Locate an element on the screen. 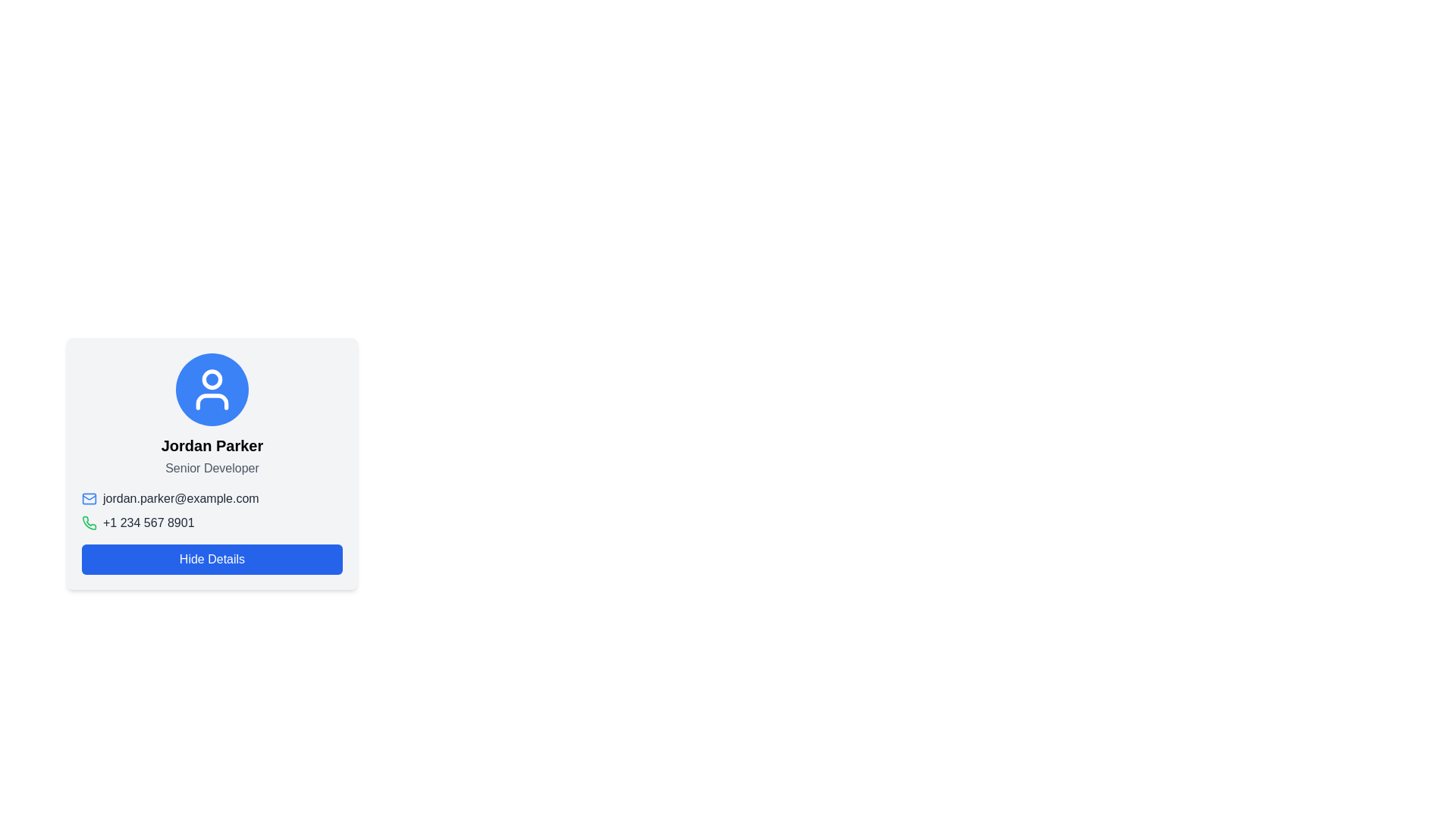  and copy the text from the informational section that displays the user's contact details, located in the lower-mid section of the card above the 'Hide Details' button is located at coordinates (211, 532).